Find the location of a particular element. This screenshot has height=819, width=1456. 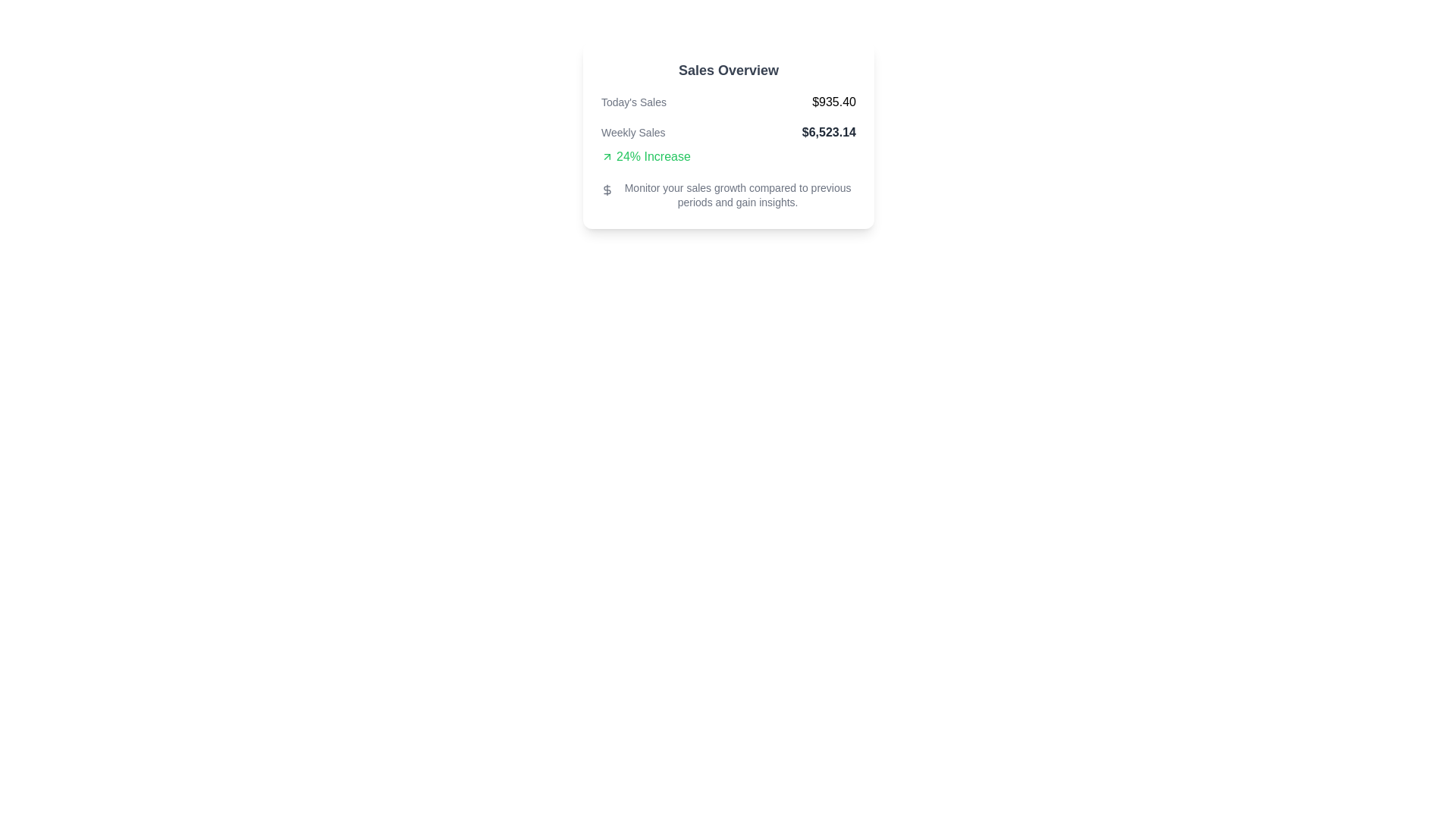

the dollar symbol icon, which has a thin, modern outline and is located to the left of the text block about monitoring sales growth is located at coordinates (607, 189).